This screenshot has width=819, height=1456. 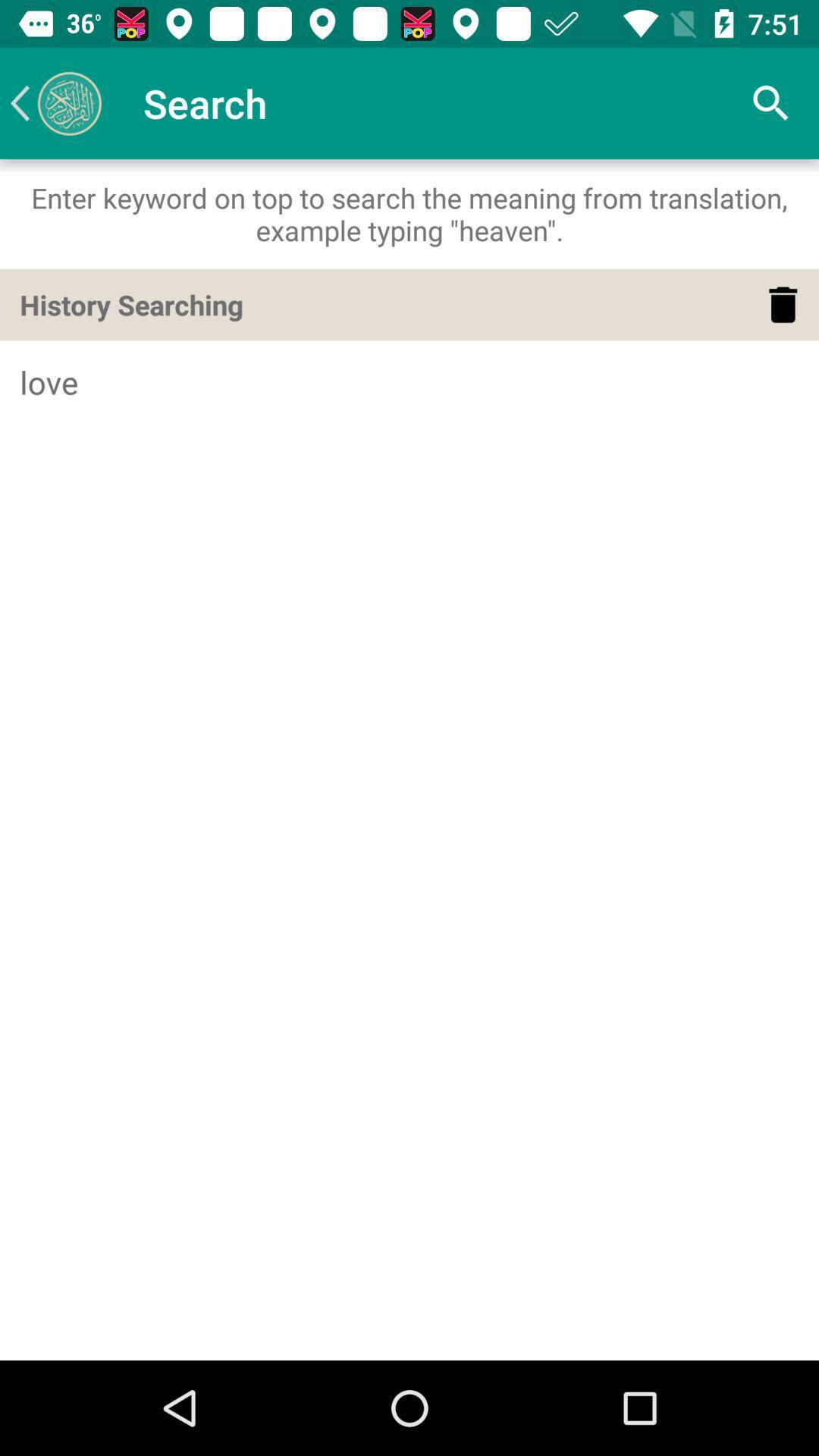 I want to click on item to the left of search item, so click(x=55, y=102).